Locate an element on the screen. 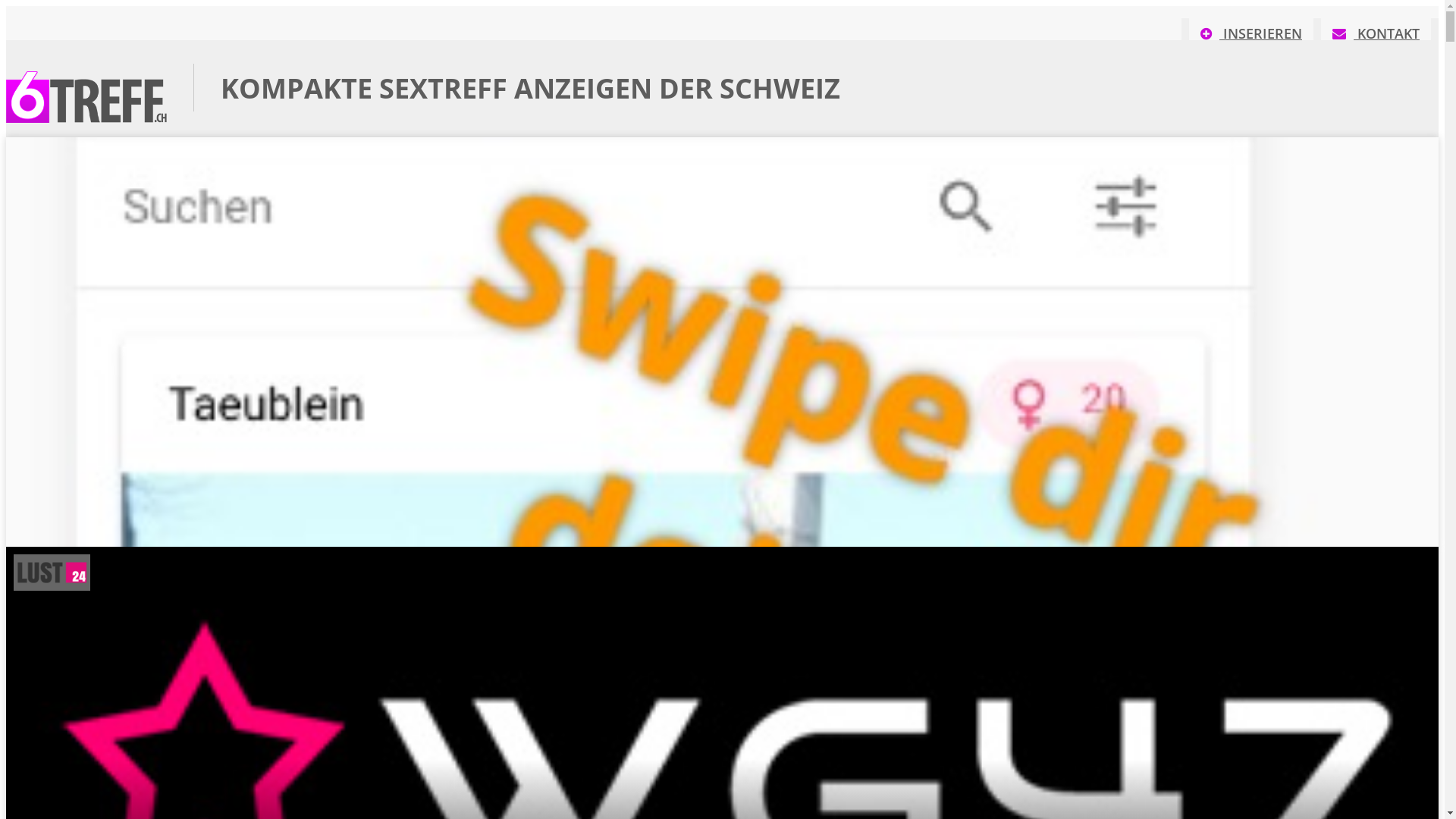  'KONTAKT' is located at coordinates (1376, 37).